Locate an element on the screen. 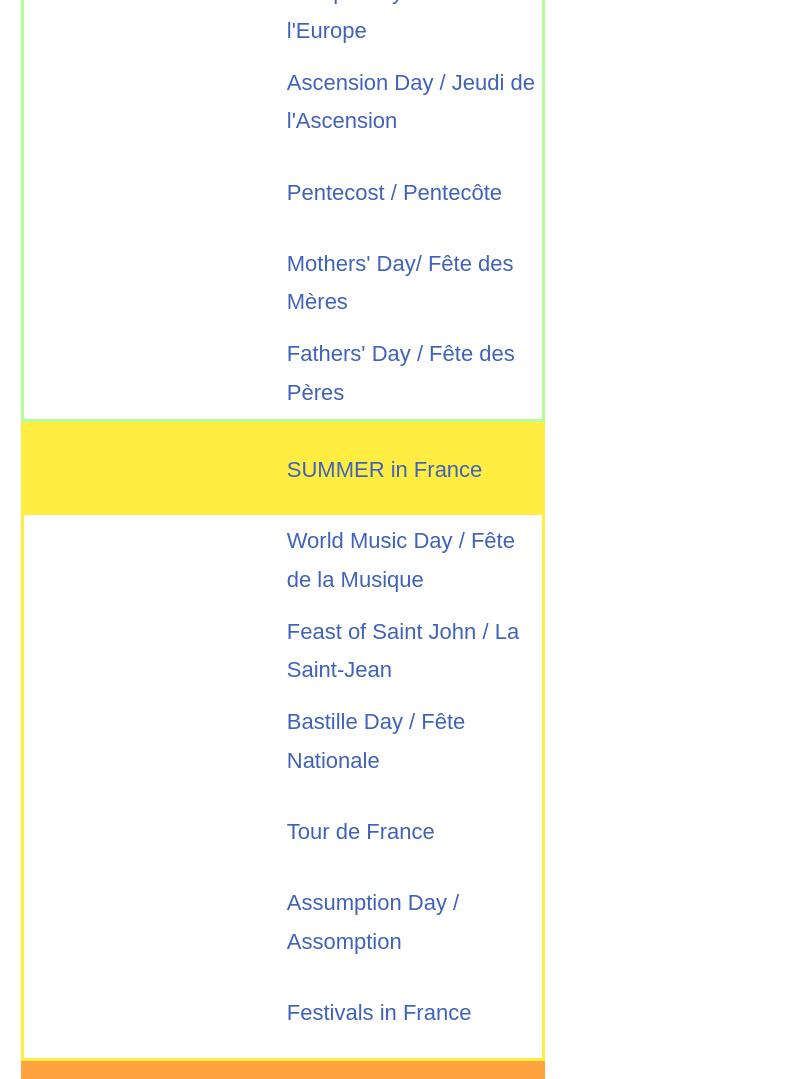 The width and height of the screenshot is (800, 1079). 'Assumption Day / Assomption' is located at coordinates (286, 921).